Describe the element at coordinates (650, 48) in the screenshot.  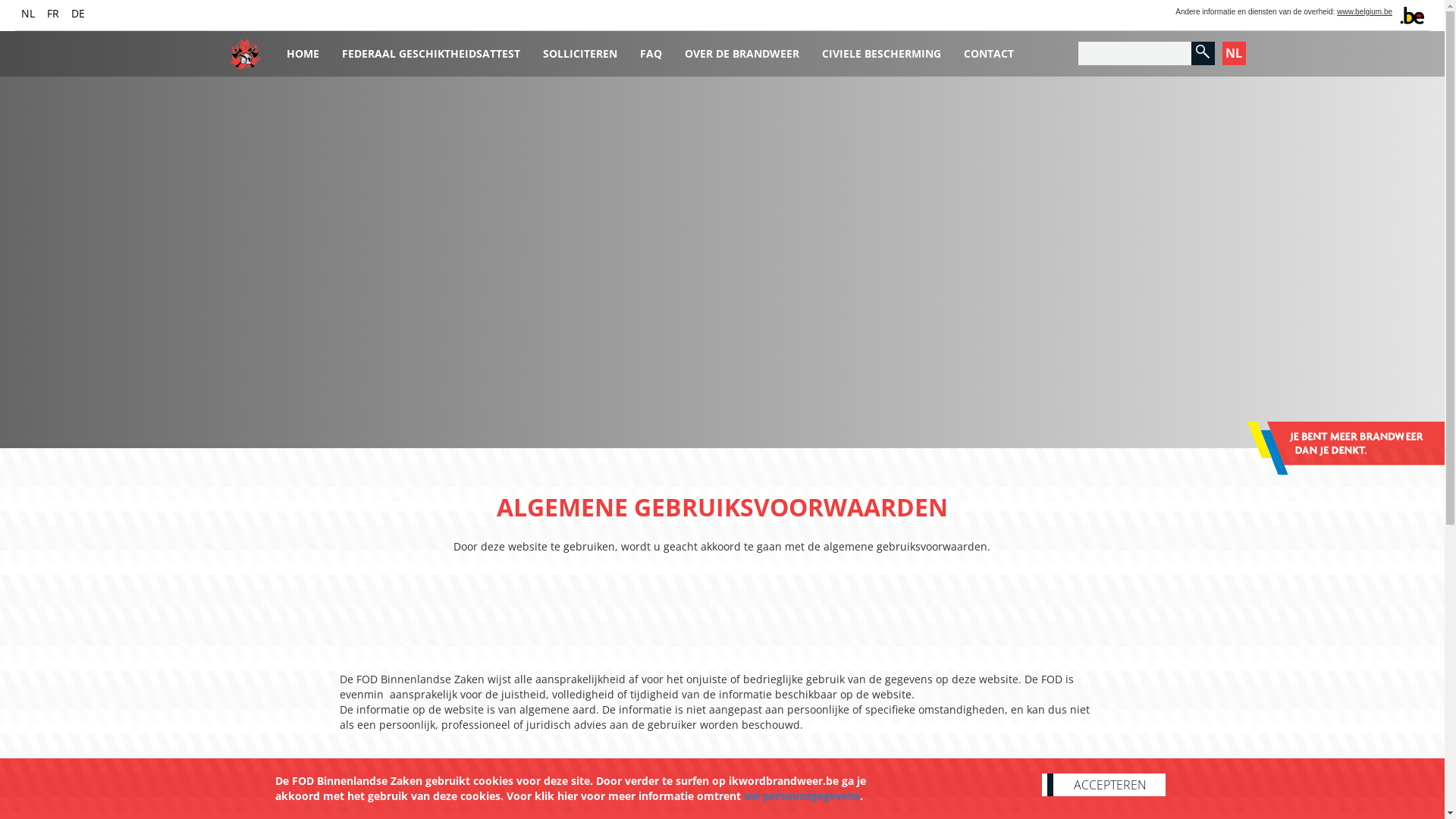
I see `'FAQ'` at that location.